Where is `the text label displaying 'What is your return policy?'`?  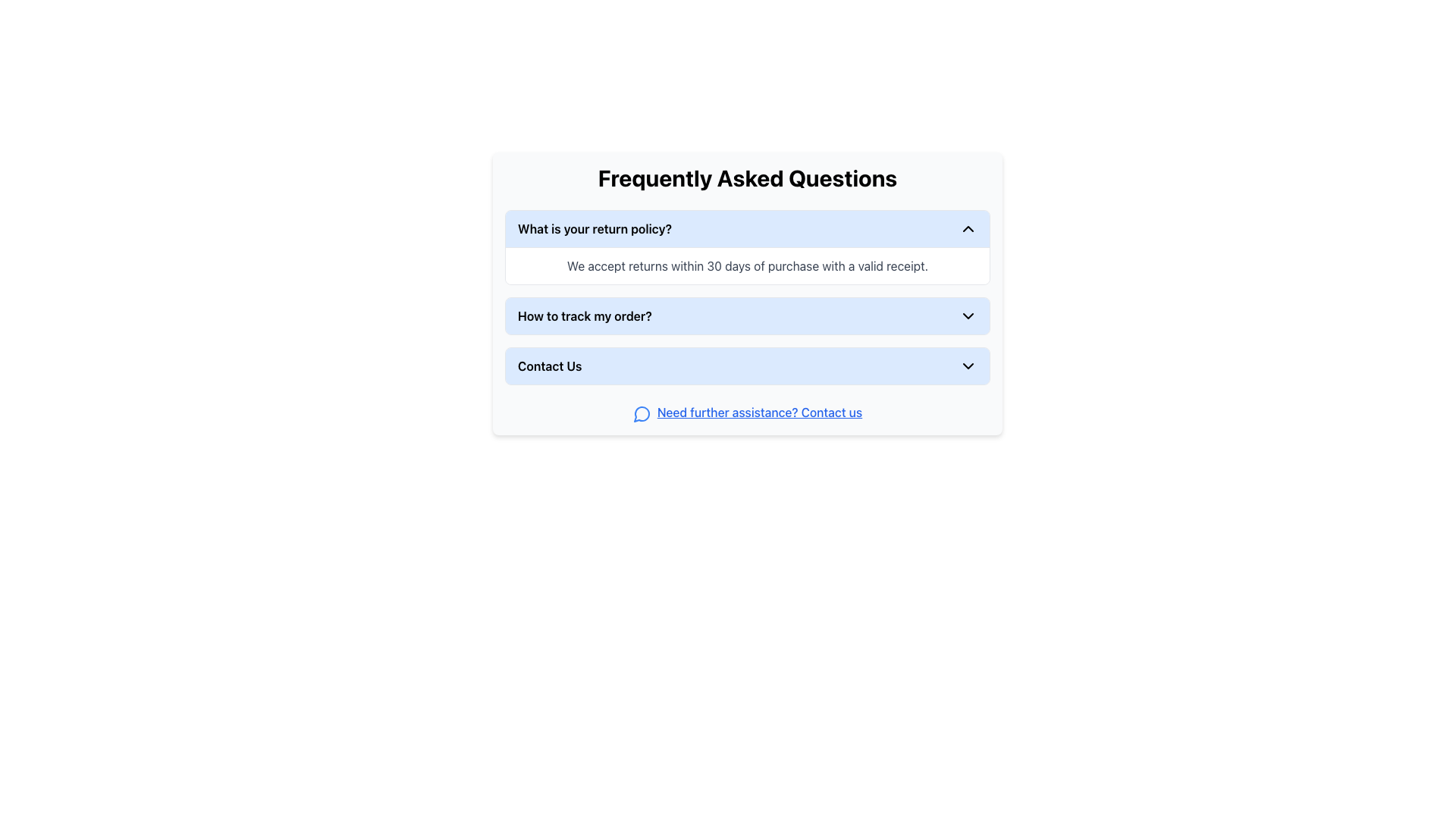
the text label displaying 'What is your return policy?' is located at coordinates (594, 228).